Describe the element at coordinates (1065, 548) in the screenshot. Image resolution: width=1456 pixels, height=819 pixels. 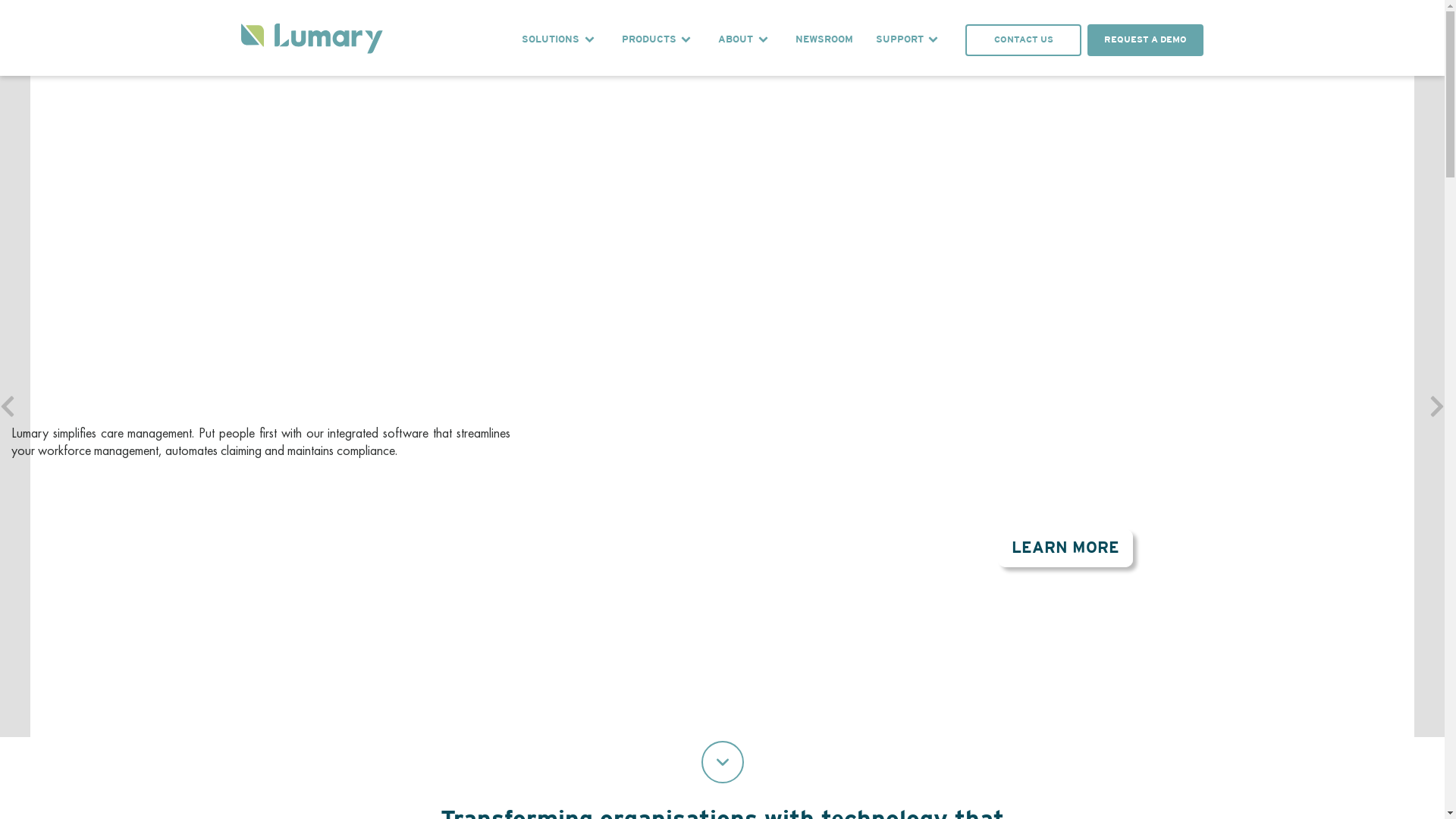
I see `'LEARN MORE'` at that location.